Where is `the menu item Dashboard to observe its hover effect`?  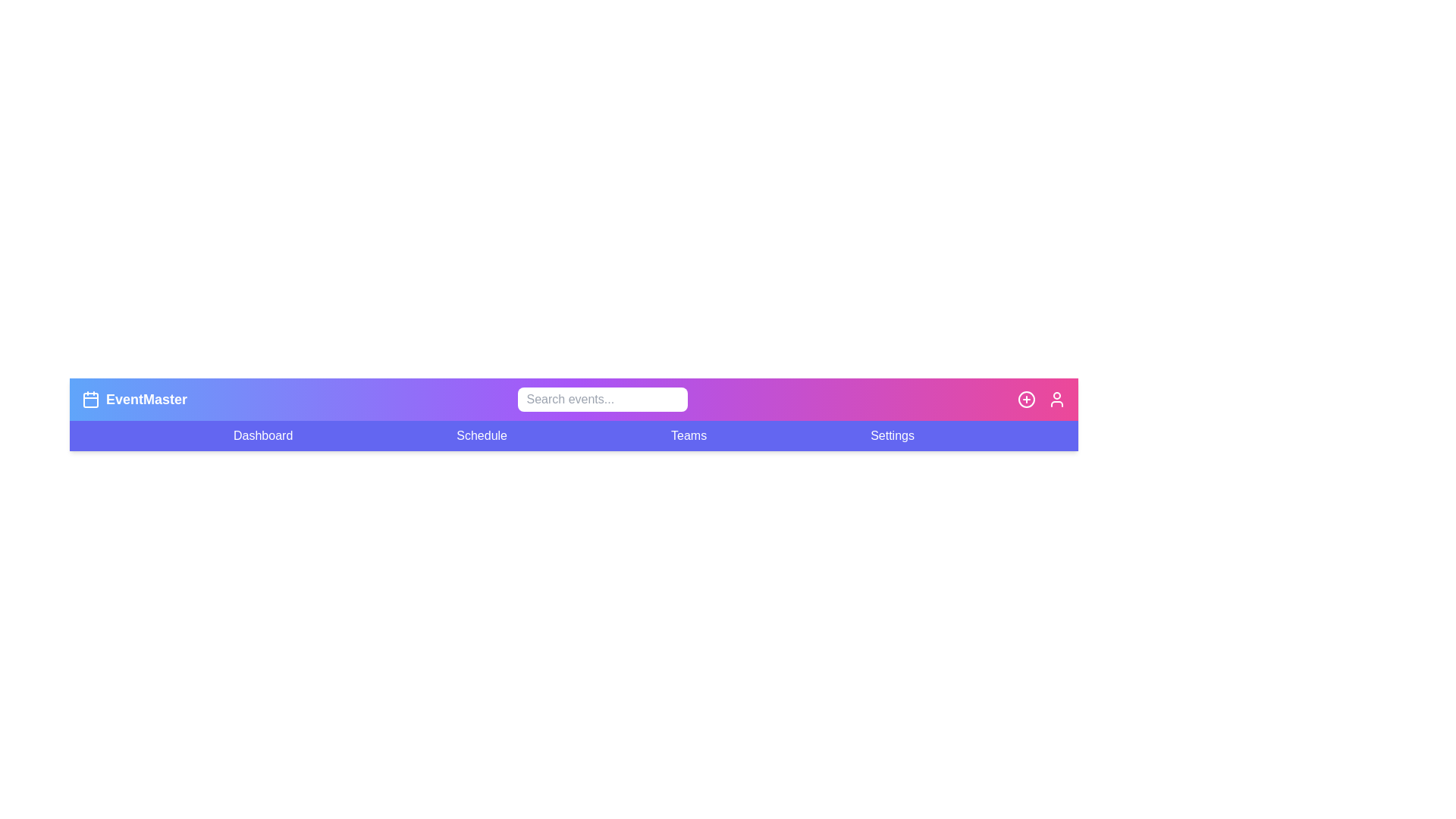
the menu item Dashboard to observe its hover effect is located at coordinates (262, 435).